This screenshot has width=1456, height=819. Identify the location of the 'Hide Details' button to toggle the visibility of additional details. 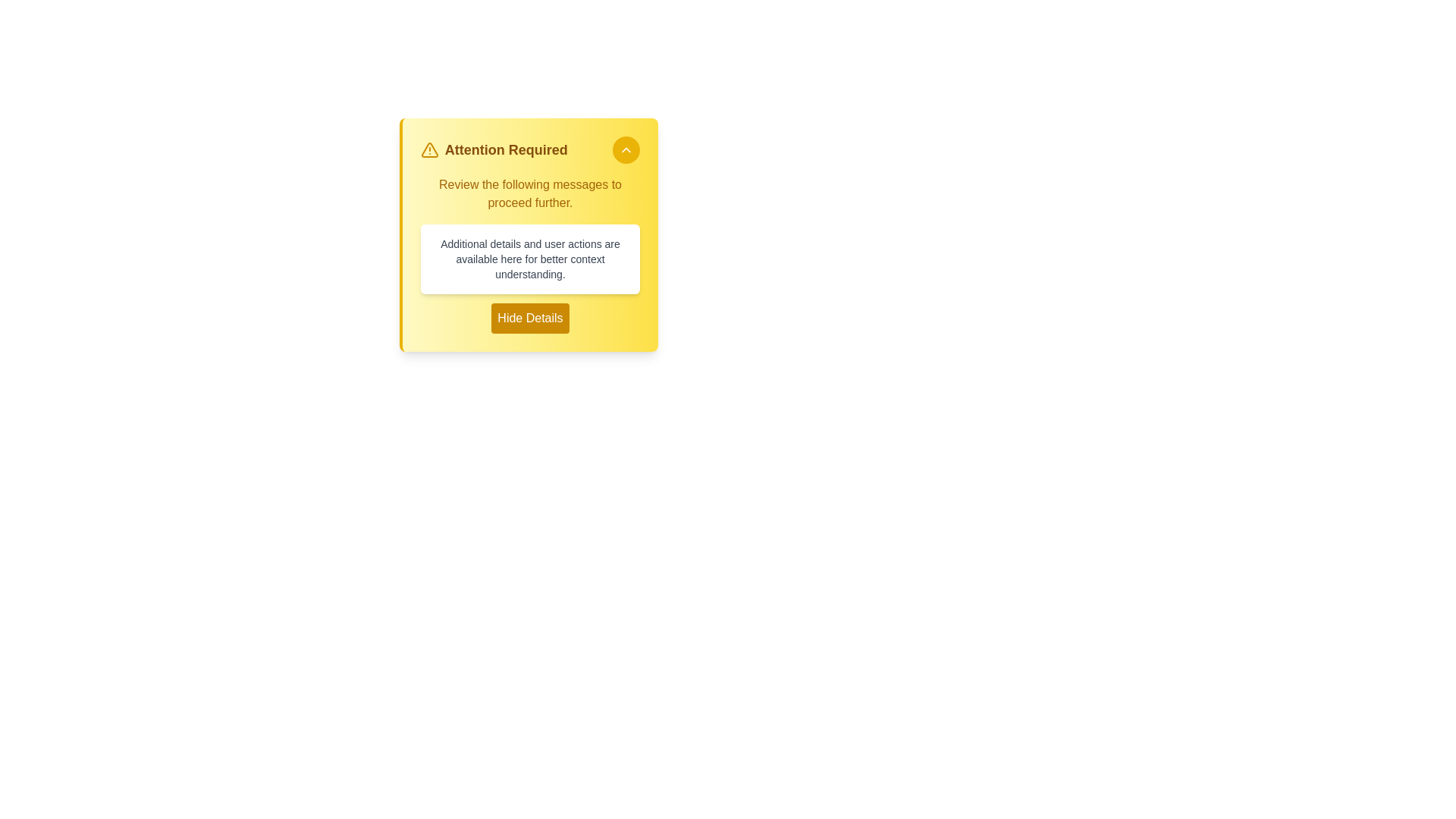
(530, 318).